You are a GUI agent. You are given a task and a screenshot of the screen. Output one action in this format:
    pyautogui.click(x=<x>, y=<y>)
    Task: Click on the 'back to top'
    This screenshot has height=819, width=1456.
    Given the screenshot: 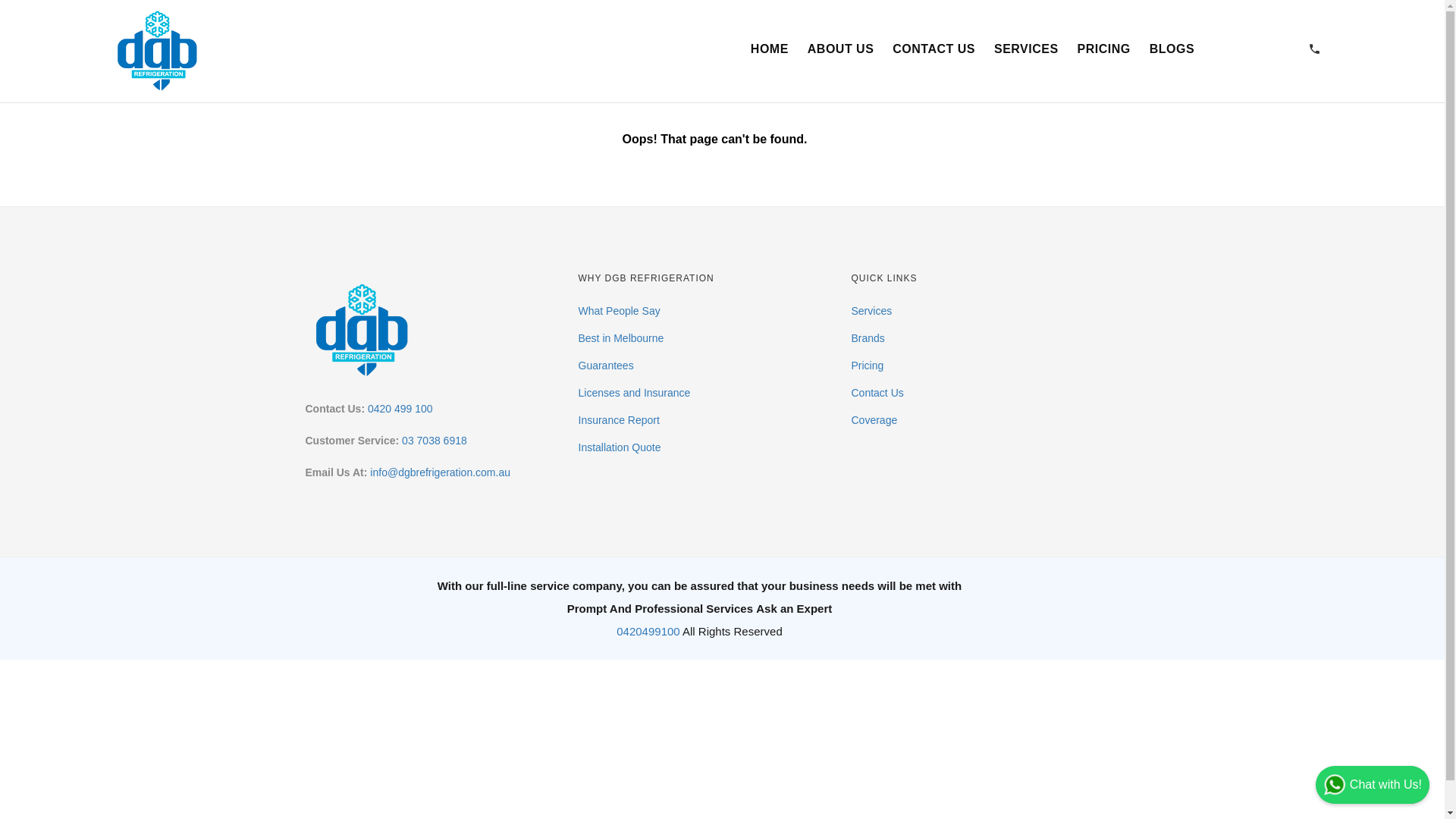 What is the action you would take?
    pyautogui.click(x=1410, y=784)
    